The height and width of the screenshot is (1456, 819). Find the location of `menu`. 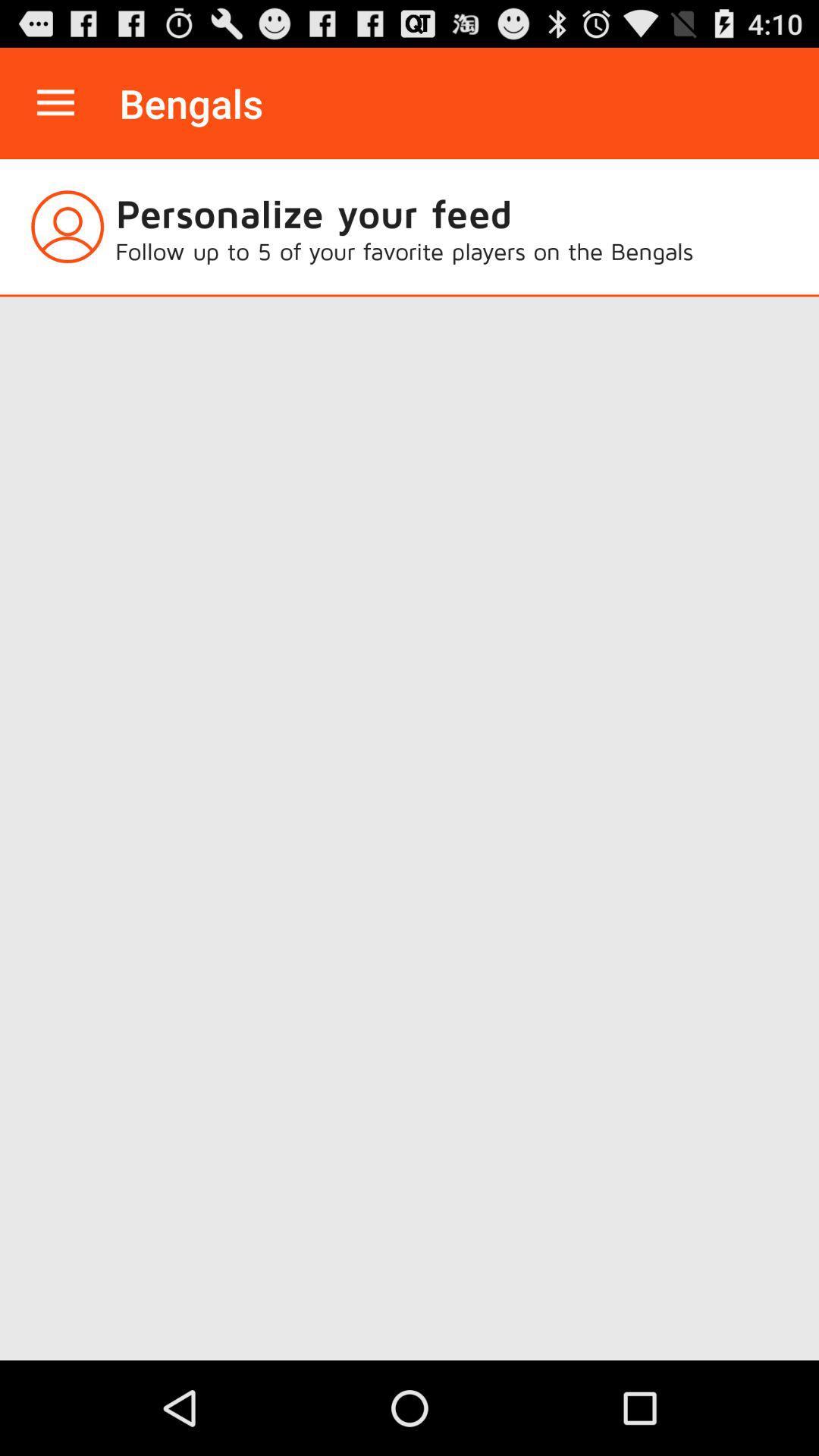

menu is located at coordinates (55, 102).